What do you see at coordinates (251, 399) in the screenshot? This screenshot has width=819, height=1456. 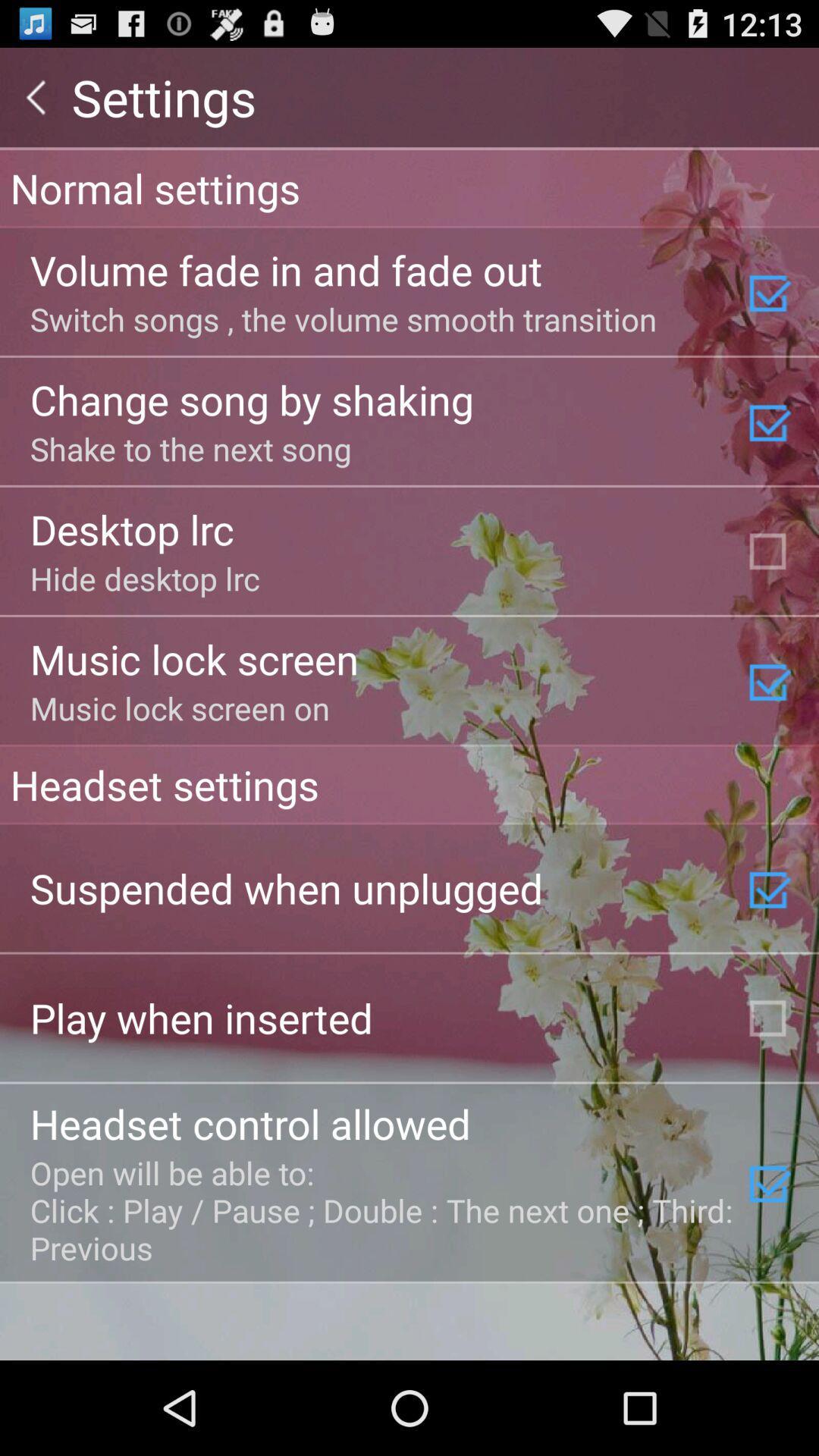 I see `icon above the shake to the icon` at bounding box center [251, 399].